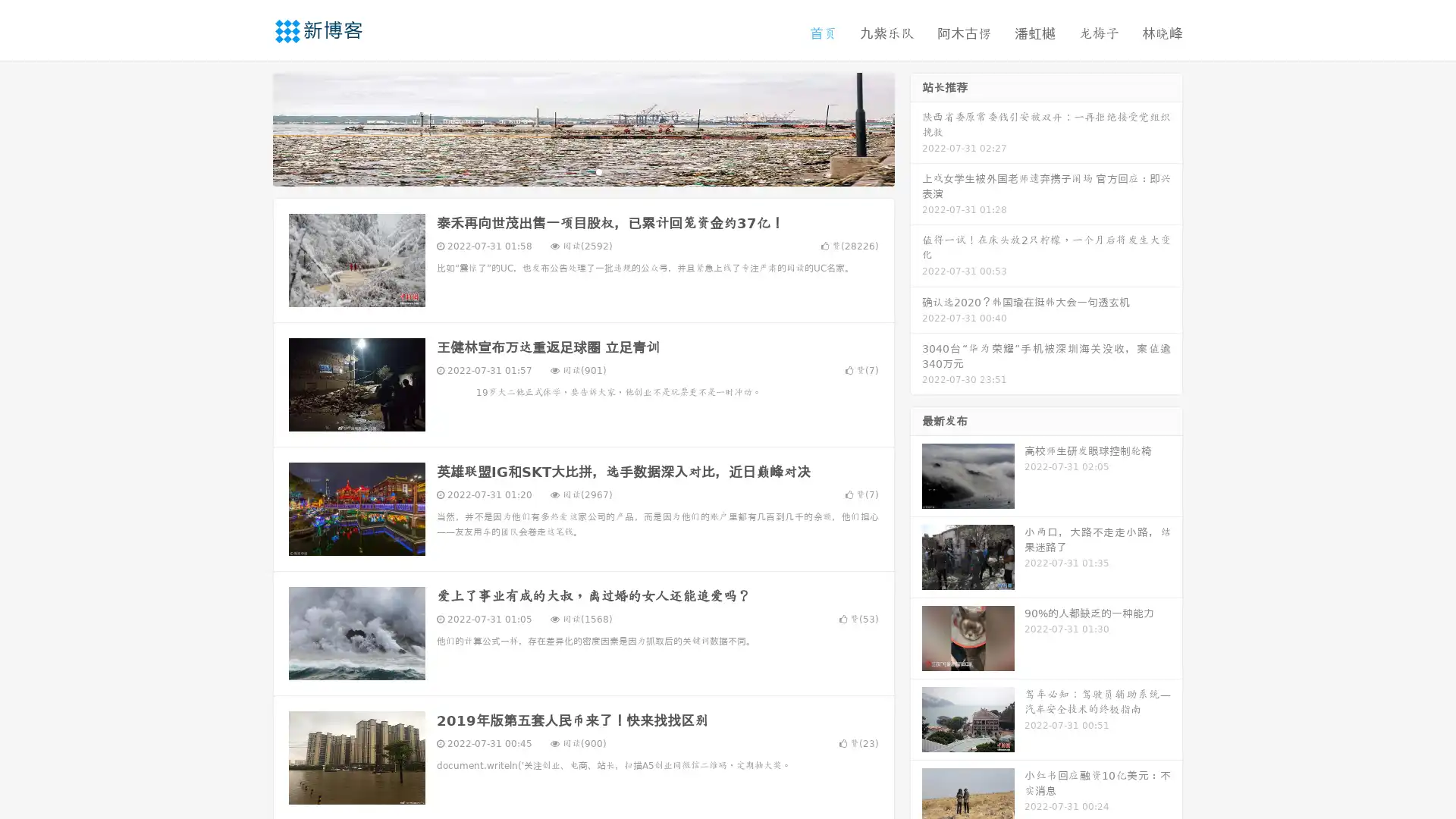  What do you see at coordinates (916, 127) in the screenshot?
I see `Next slide` at bounding box center [916, 127].